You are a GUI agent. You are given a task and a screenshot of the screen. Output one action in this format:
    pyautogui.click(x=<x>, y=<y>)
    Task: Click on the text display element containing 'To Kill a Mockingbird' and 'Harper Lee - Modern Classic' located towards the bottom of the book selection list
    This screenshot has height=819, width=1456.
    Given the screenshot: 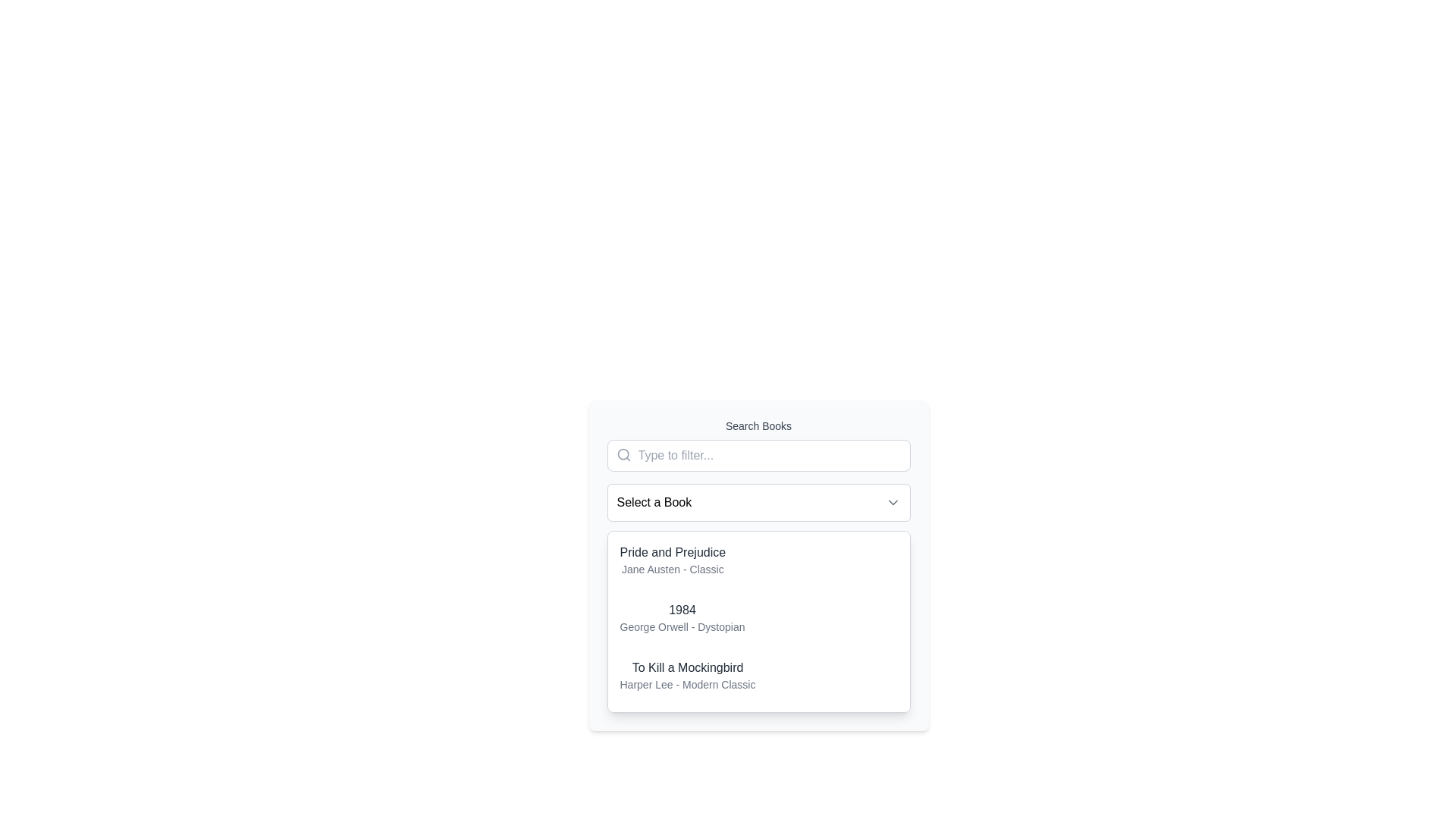 What is the action you would take?
    pyautogui.click(x=687, y=675)
    